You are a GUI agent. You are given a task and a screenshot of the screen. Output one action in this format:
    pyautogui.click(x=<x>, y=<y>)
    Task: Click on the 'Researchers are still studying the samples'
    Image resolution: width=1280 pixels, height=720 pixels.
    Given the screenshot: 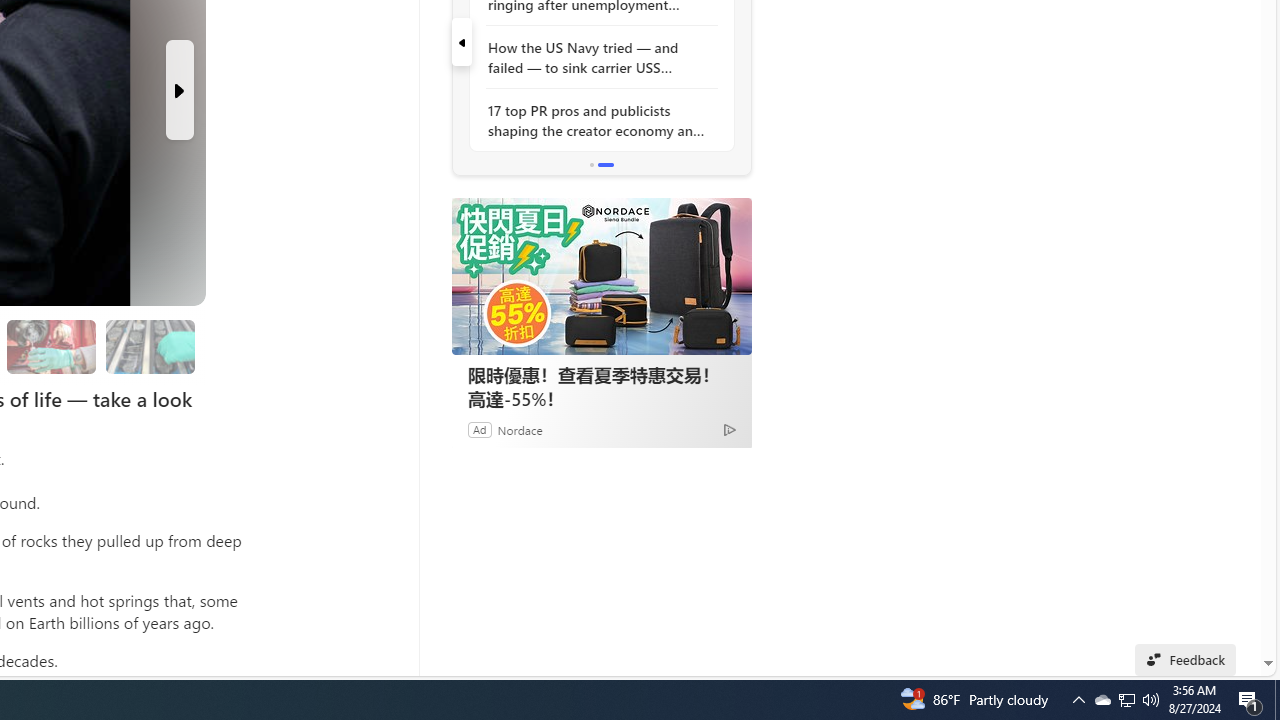 What is the action you would take?
    pyautogui.click(x=149, y=346)
    